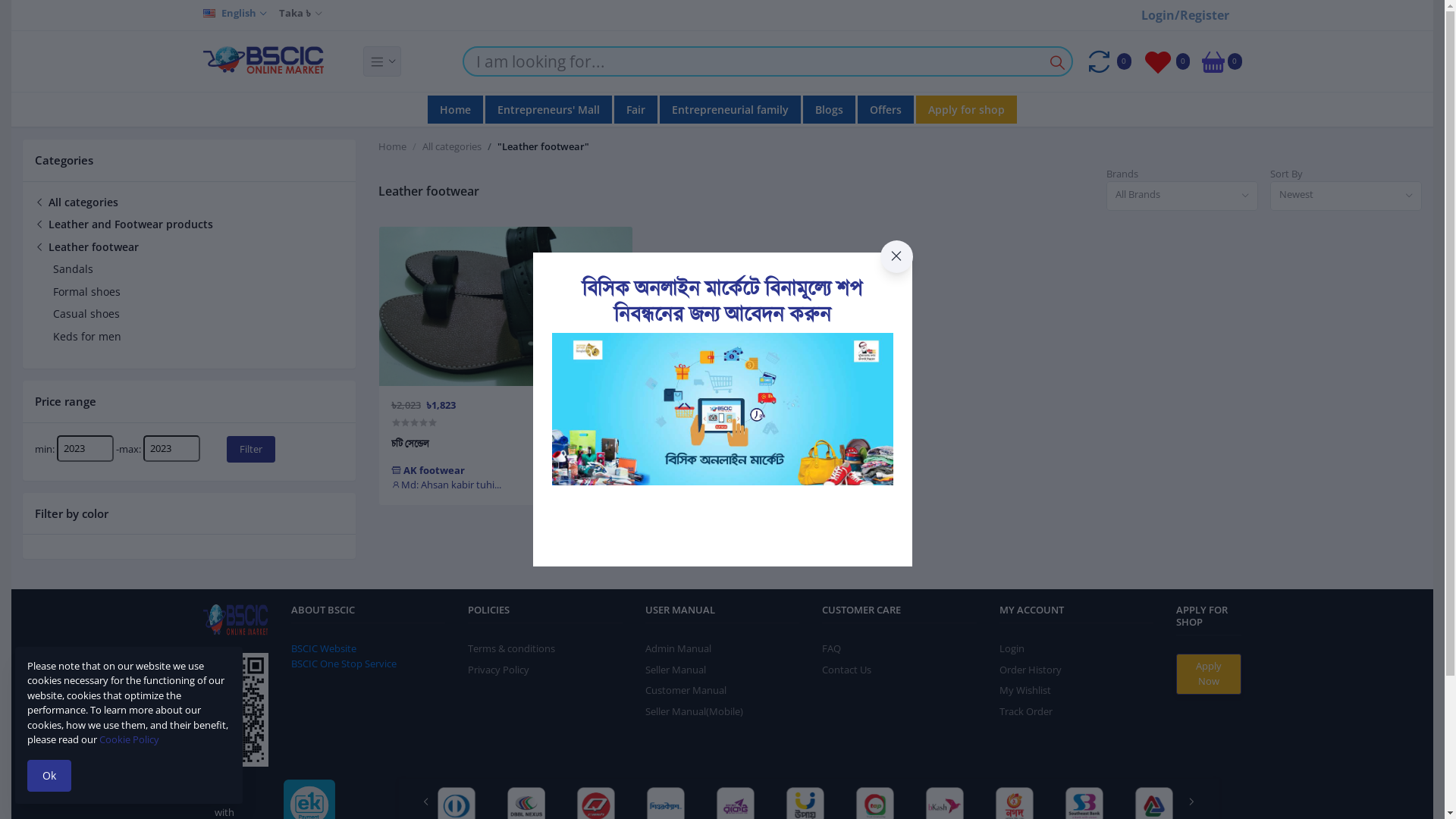 Image resolution: width=1456 pixels, height=819 pixels. Describe the element at coordinates (677, 648) in the screenshot. I see `'Admin Manual'` at that location.